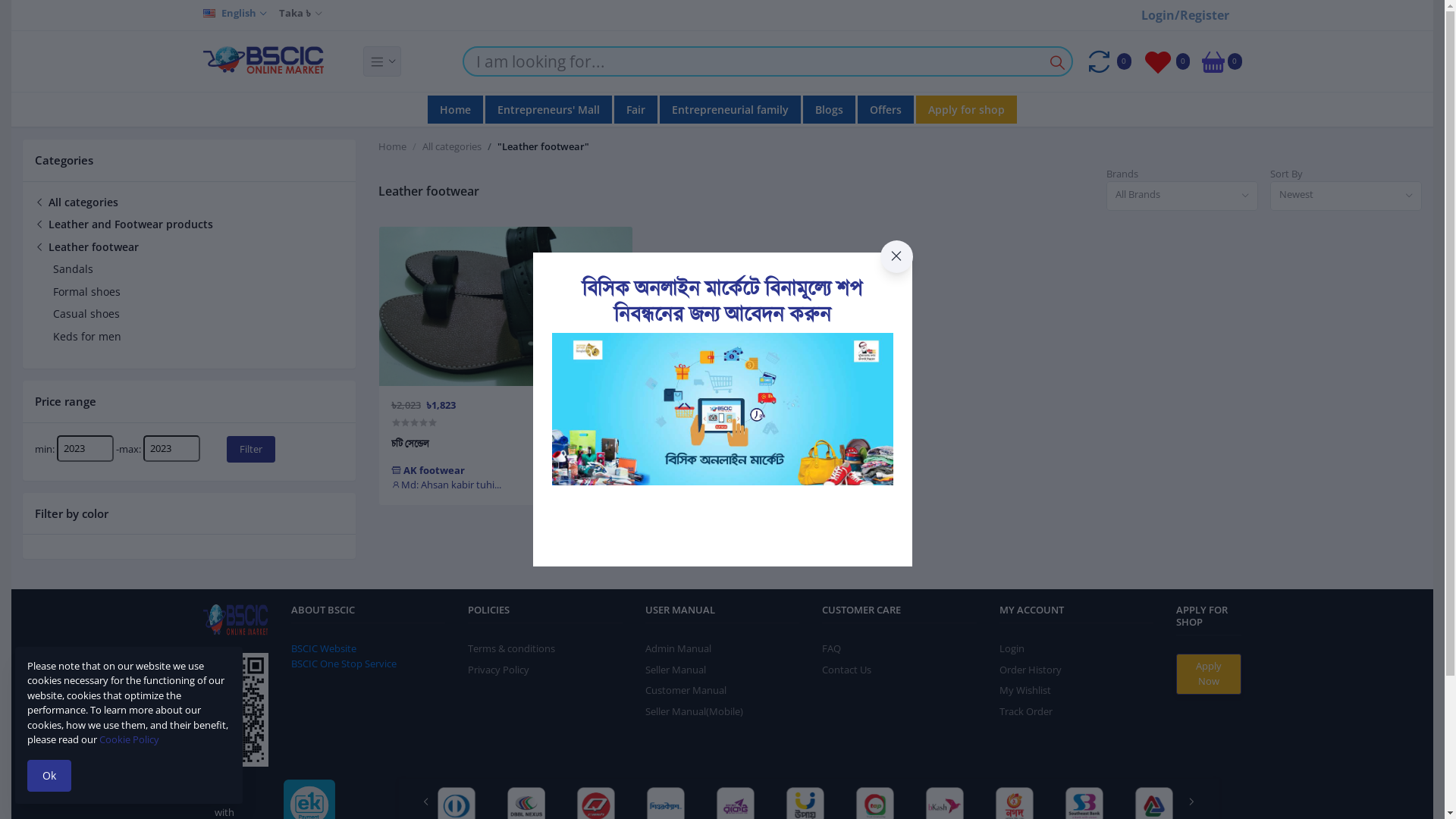 Image resolution: width=1456 pixels, height=819 pixels. Describe the element at coordinates (677, 648) in the screenshot. I see `'Admin Manual'` at that location.